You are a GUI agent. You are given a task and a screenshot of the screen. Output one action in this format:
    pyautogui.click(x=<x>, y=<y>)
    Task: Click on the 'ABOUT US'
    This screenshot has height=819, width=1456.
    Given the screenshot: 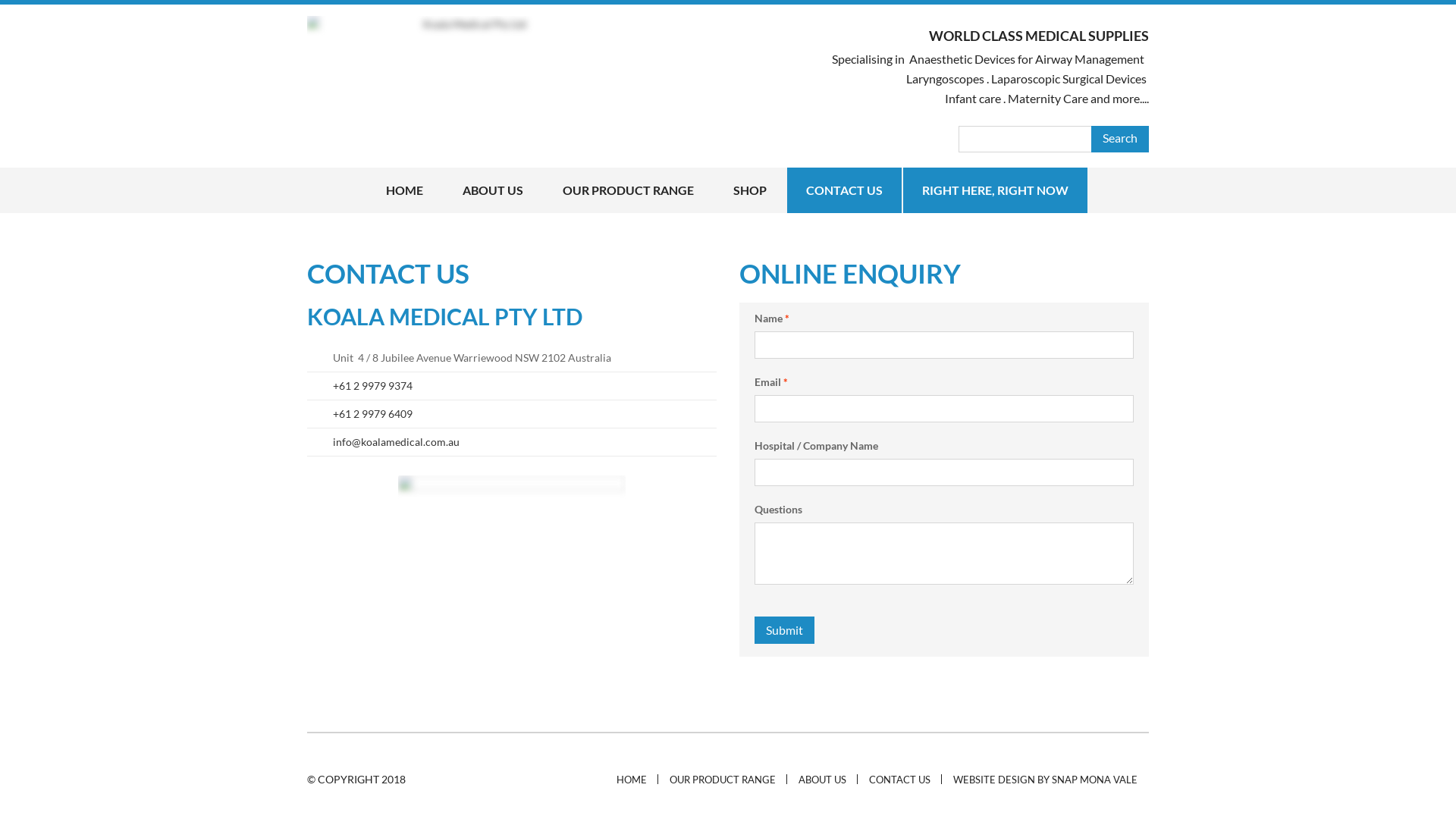 What is the action you would take?
    pyautogui.click(x=786, y=780)
    